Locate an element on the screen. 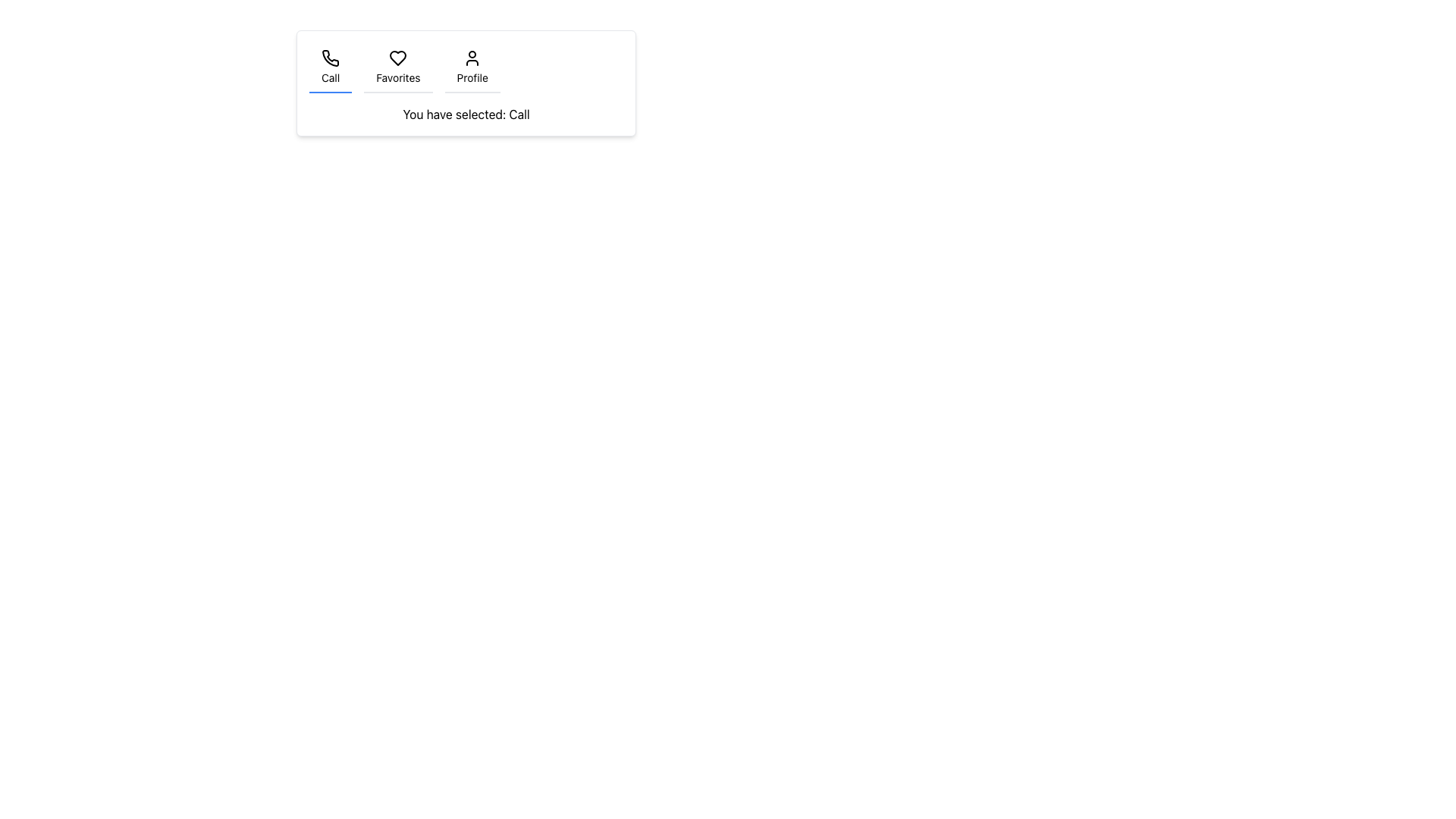 Image resolution: width=1456 pixels, height=819 pixels. the first button in the horizontal menu is located at coordinates (330, 67).